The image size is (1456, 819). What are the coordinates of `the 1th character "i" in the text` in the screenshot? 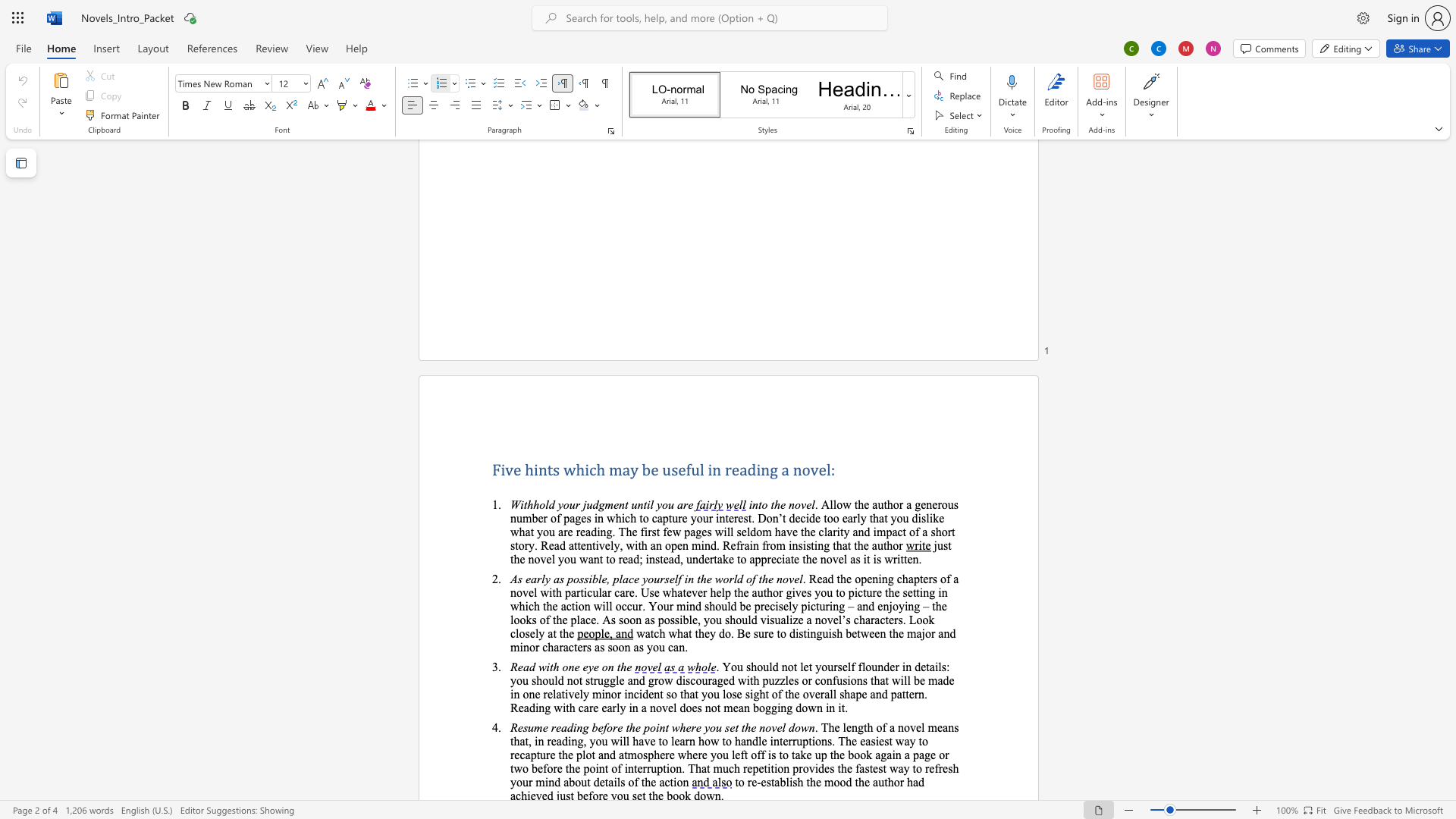 It's located at (546, 782).